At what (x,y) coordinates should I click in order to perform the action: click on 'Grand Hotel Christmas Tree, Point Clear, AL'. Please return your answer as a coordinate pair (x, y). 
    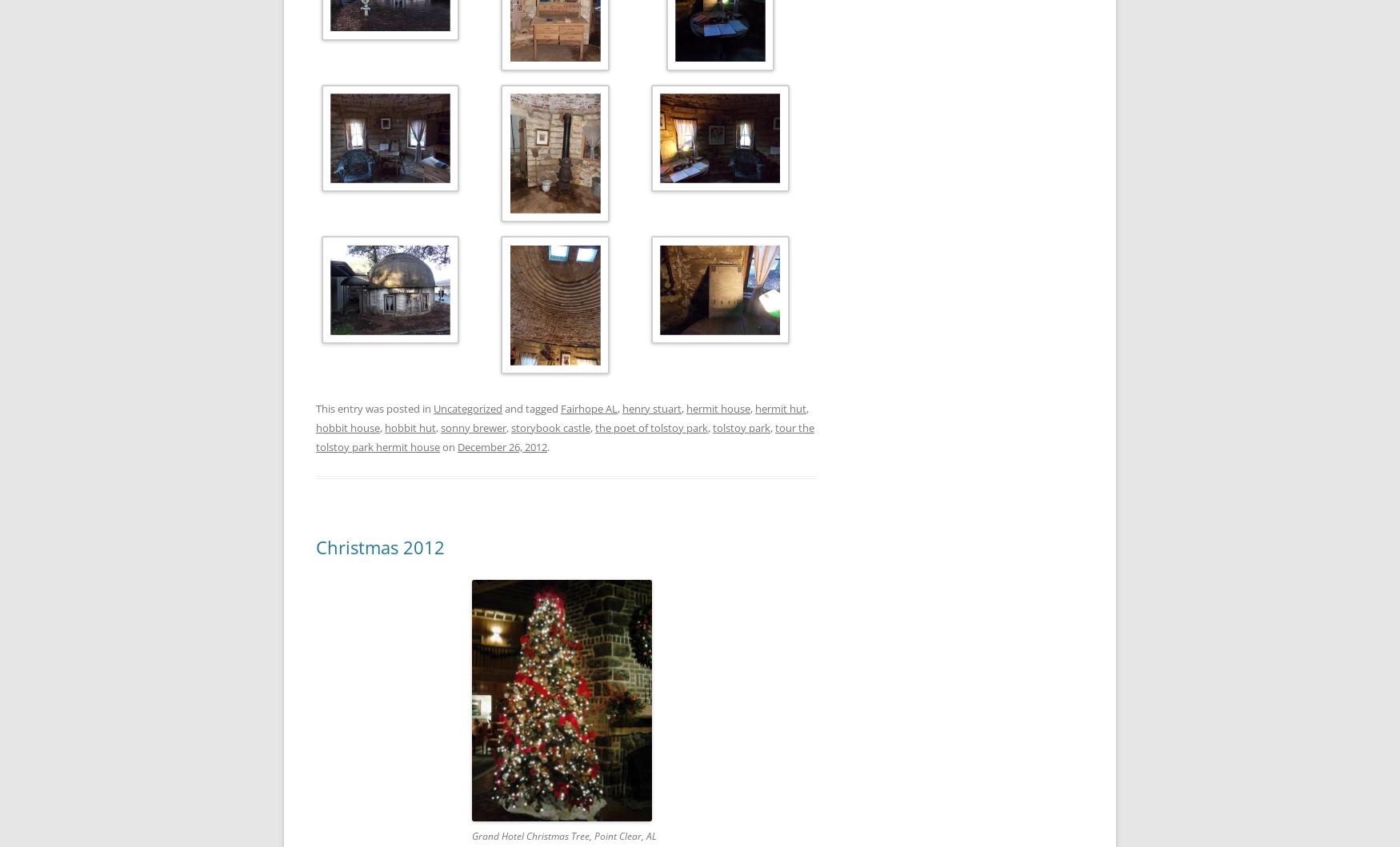
    Looking at the image, I should click on (563, 834).